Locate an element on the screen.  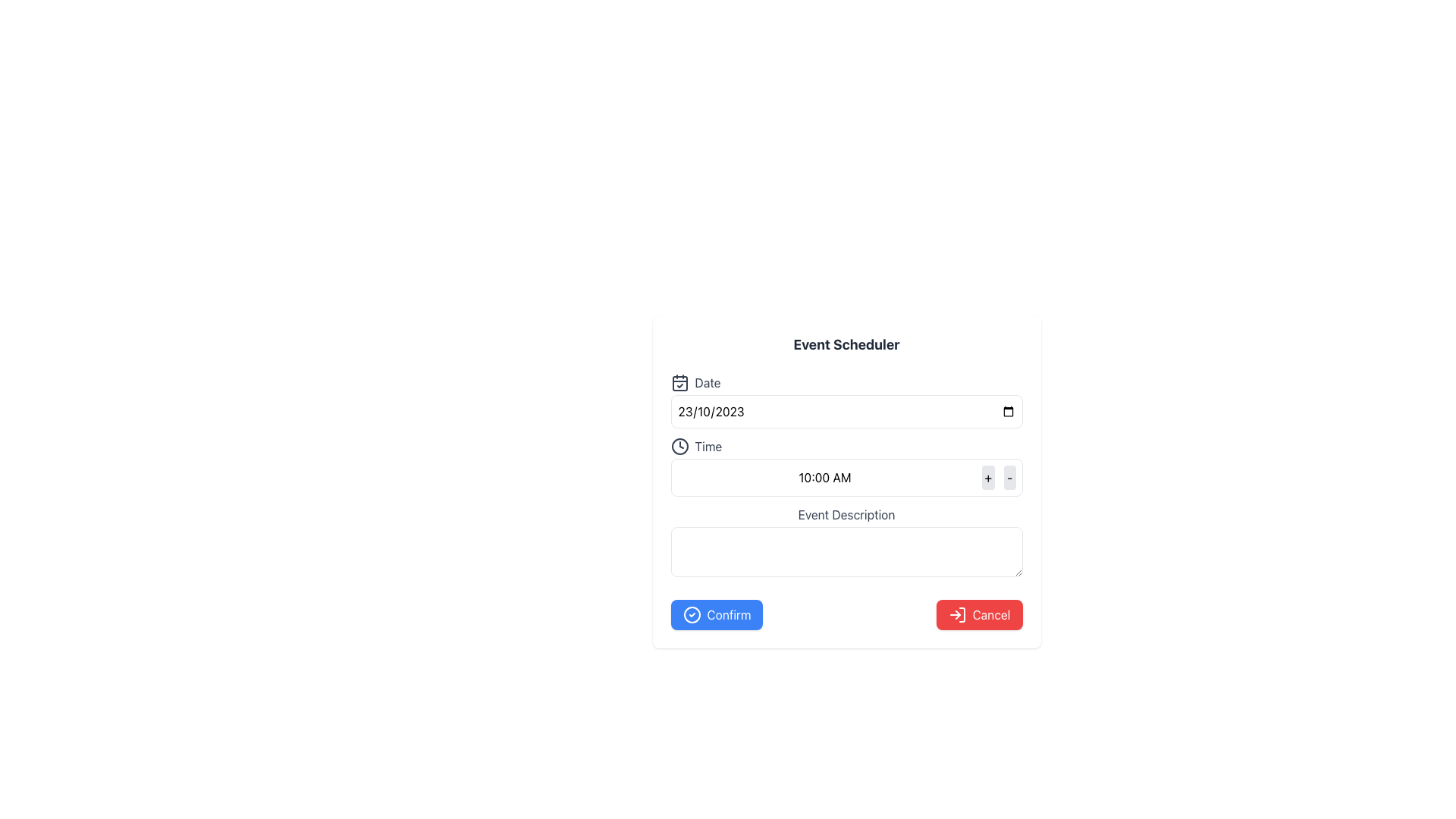
the circular checkmark icon inside the blue 'Confirm' button, which symbolizes confirmation or success is located at coordinates (691, 614).